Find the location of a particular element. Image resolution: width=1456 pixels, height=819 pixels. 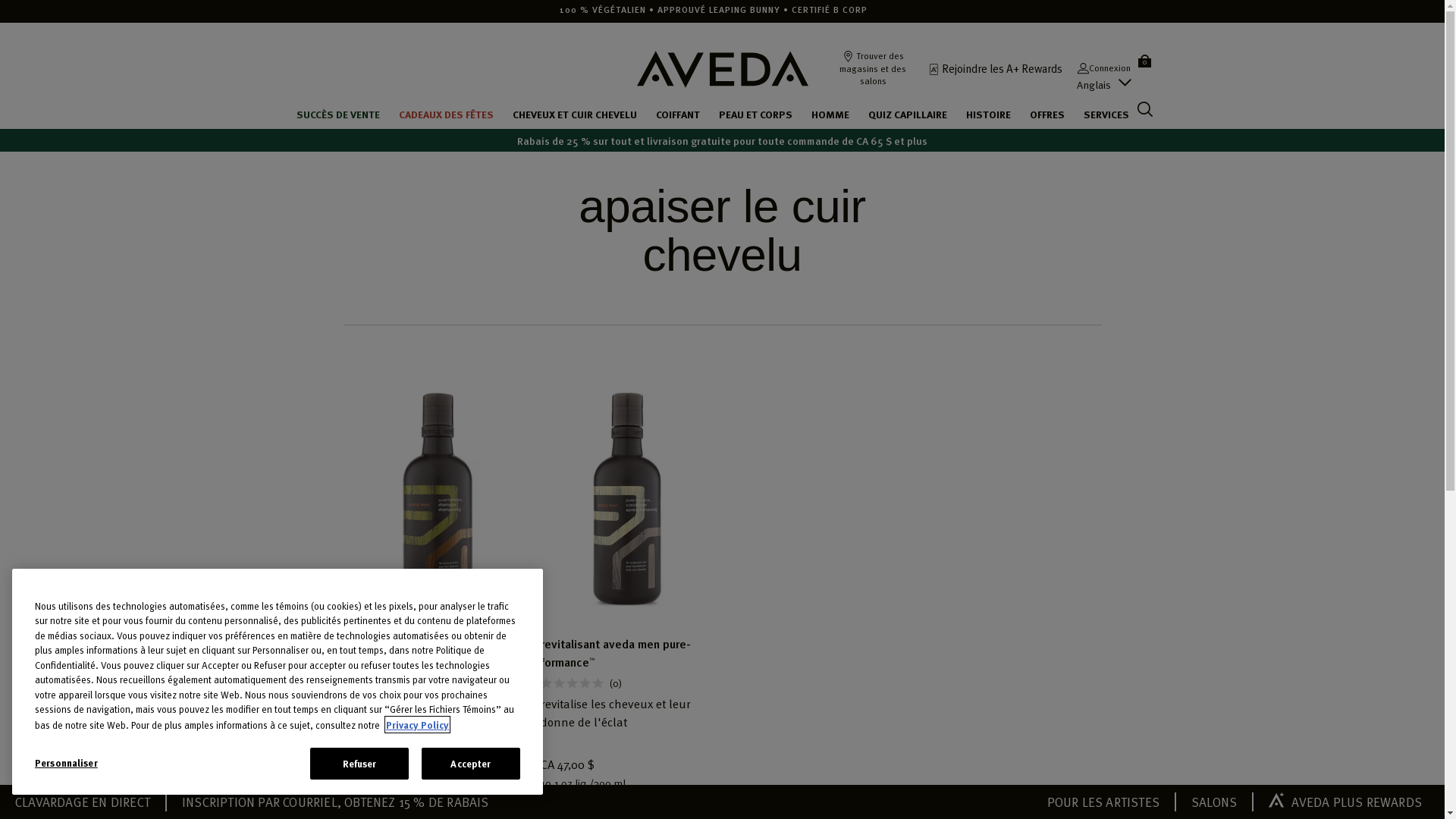

'CLAVARDAGE EN DIRECT' is located at coordinates (82, 800).